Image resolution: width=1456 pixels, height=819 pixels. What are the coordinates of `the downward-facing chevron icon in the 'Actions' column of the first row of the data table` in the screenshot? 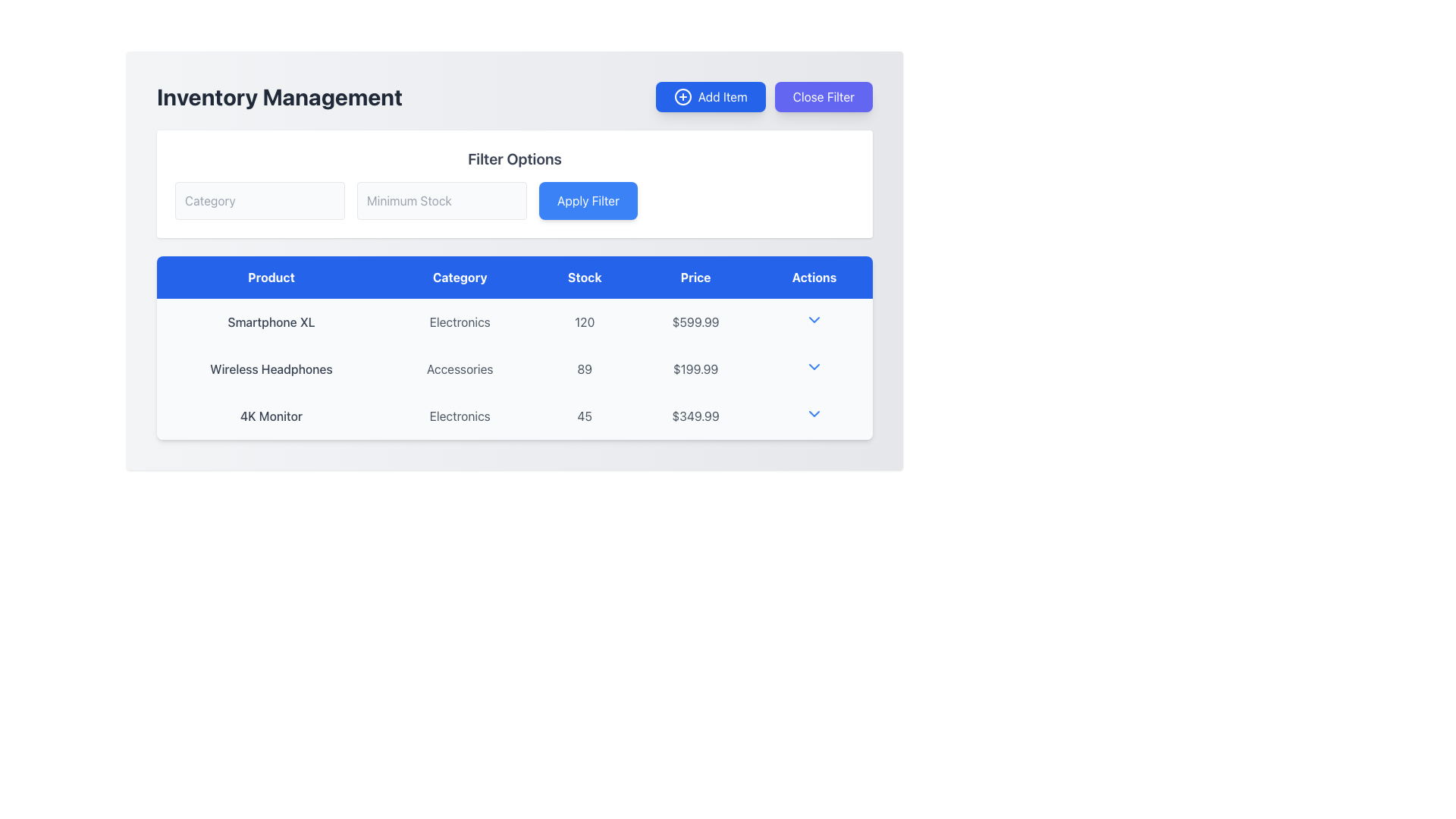 It's located at (814, 318).